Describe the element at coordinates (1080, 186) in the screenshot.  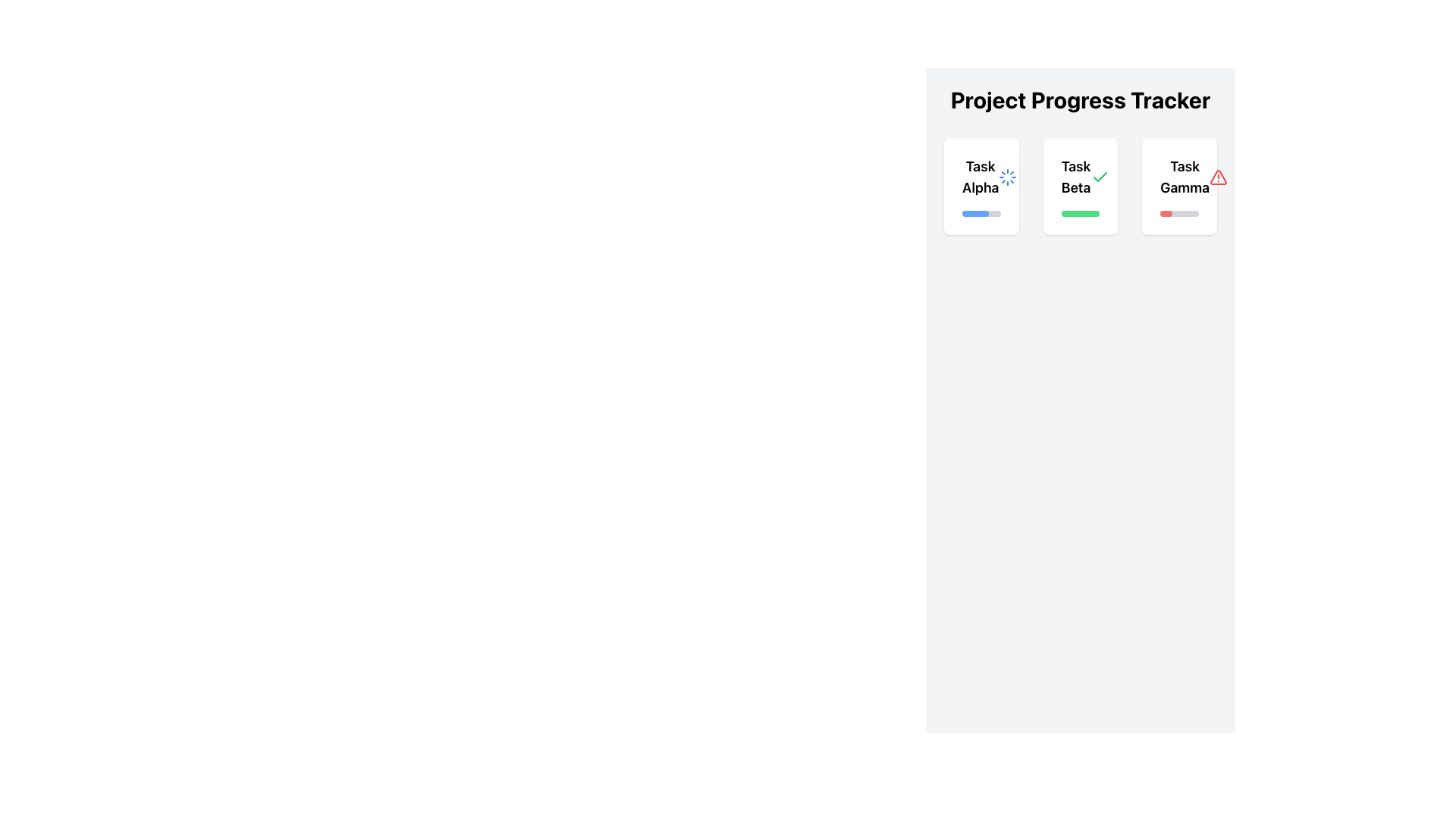
I see `the progress tracker card for 'Task Beta', which visually indicates its completion status with a green progress bar and a checkmark icon, located in the grid titled 'Project Progress Tracker'` at that location.